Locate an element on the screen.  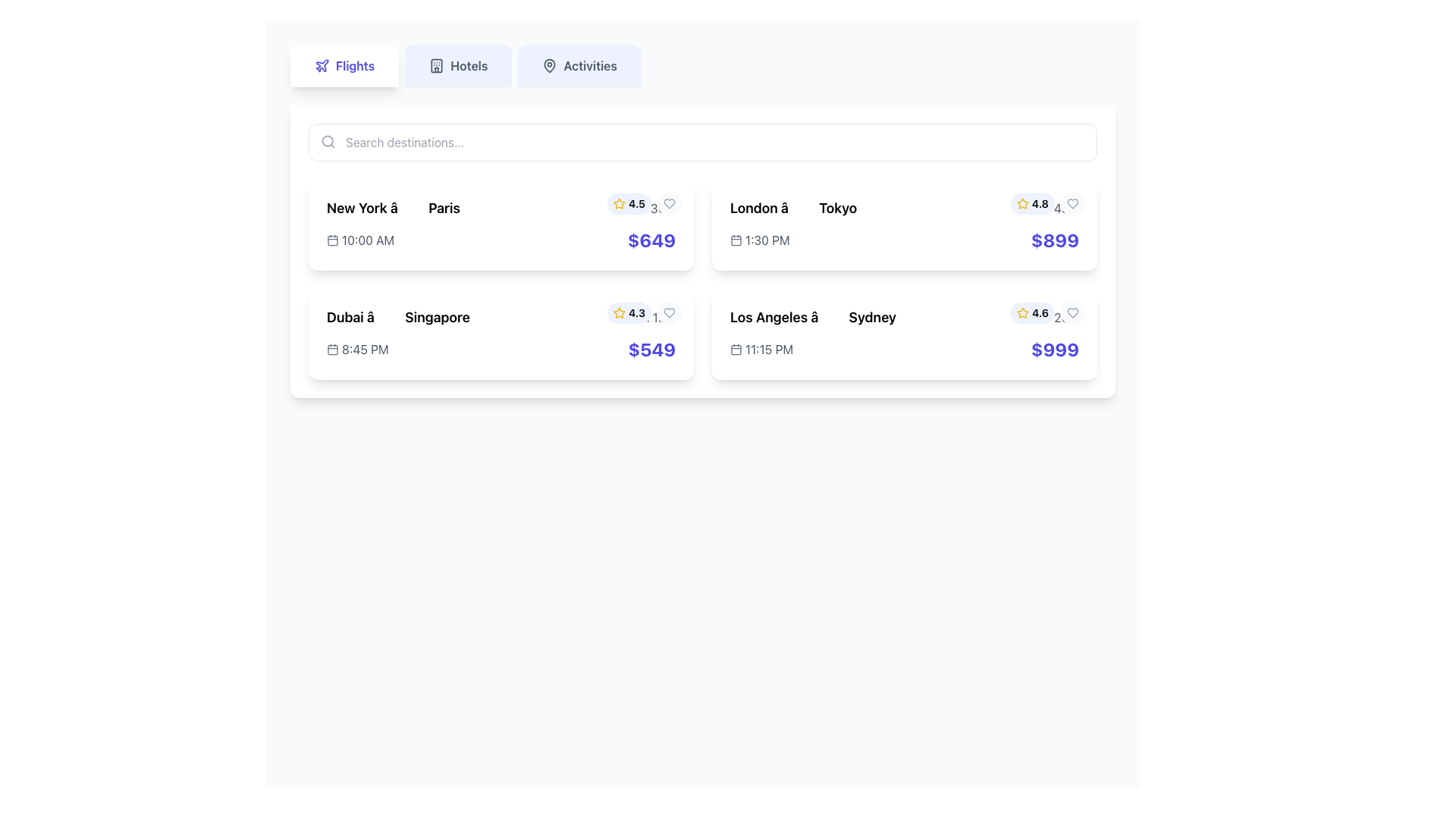
the clock icon is located at coordinates (624, 208).